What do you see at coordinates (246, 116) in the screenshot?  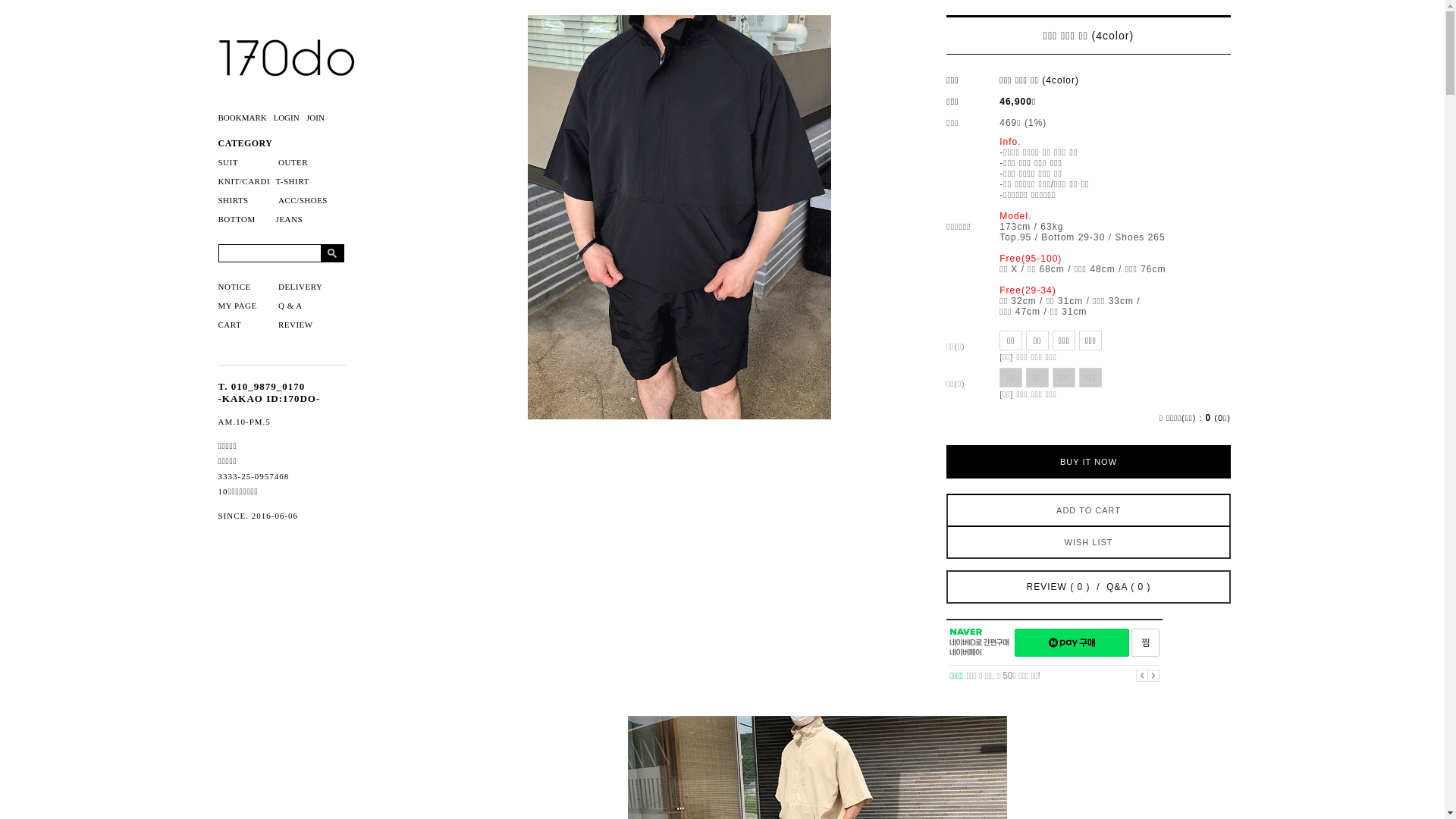 I see `'BOOKMARK'` at bounding box center [246, 116].